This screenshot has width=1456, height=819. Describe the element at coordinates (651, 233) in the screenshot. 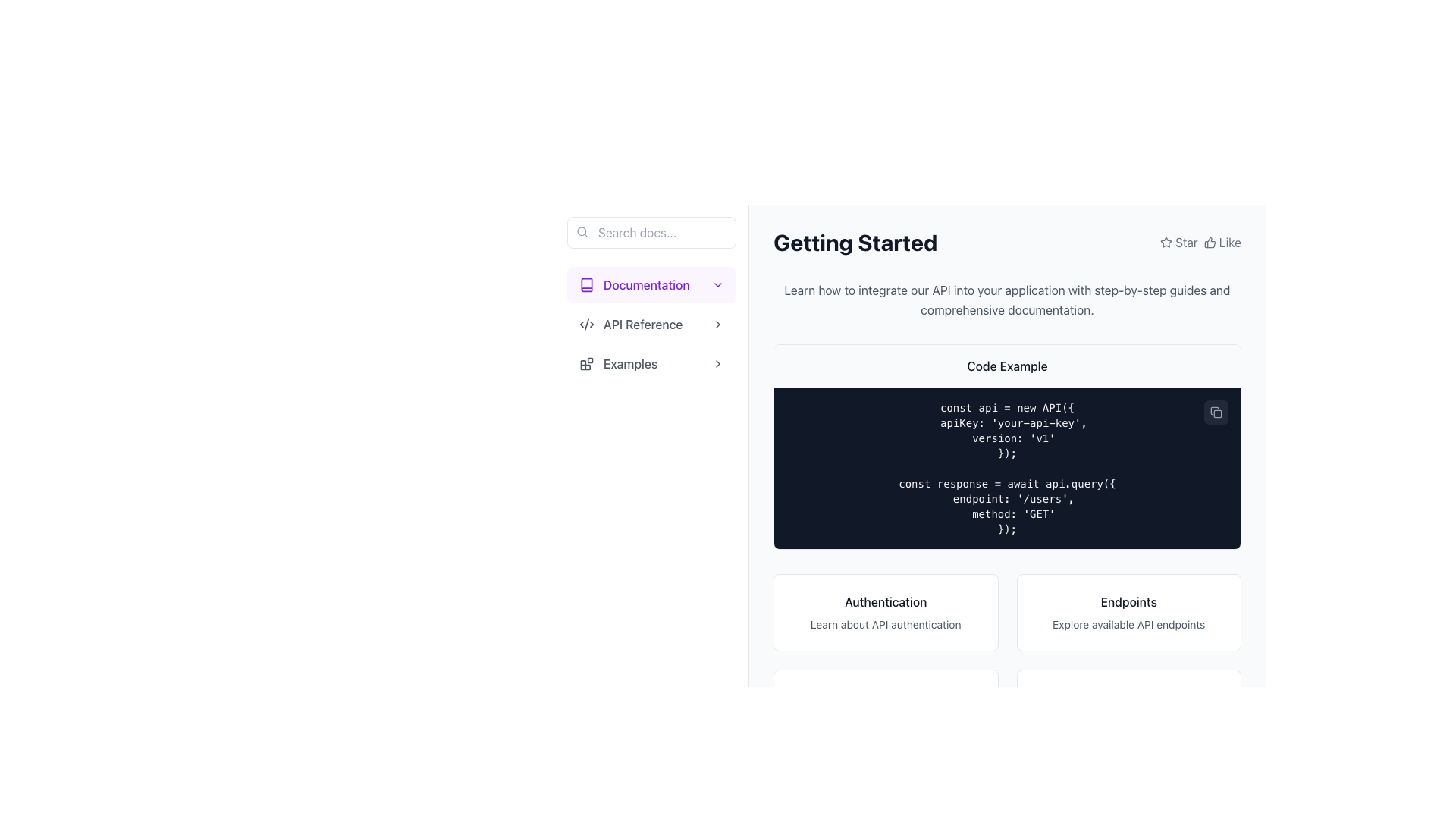

I see `the Search input box located at the top of the sidebar` at that location.